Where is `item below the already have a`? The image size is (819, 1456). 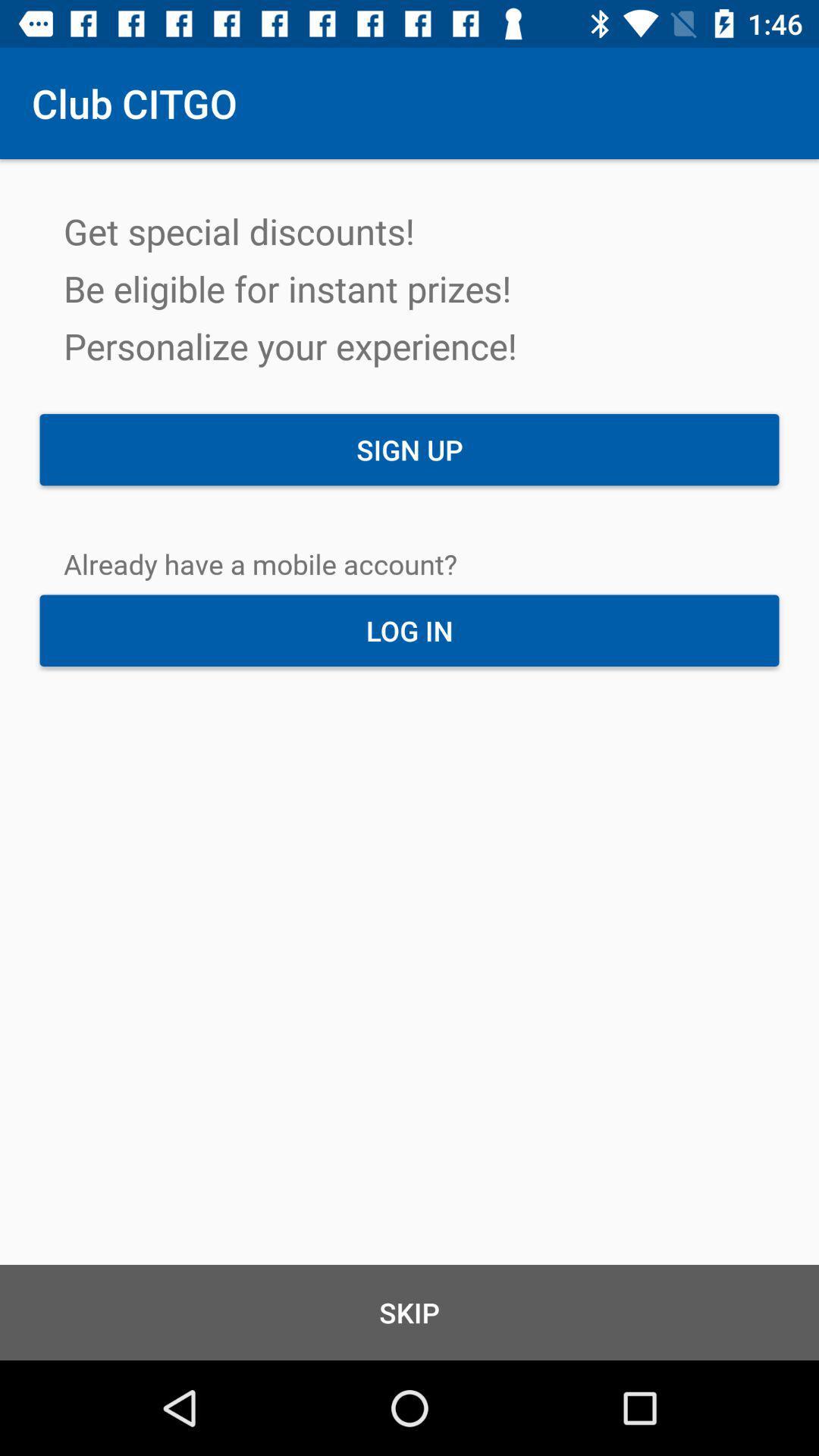 item below the already have a is located at coordinates (409, 630).